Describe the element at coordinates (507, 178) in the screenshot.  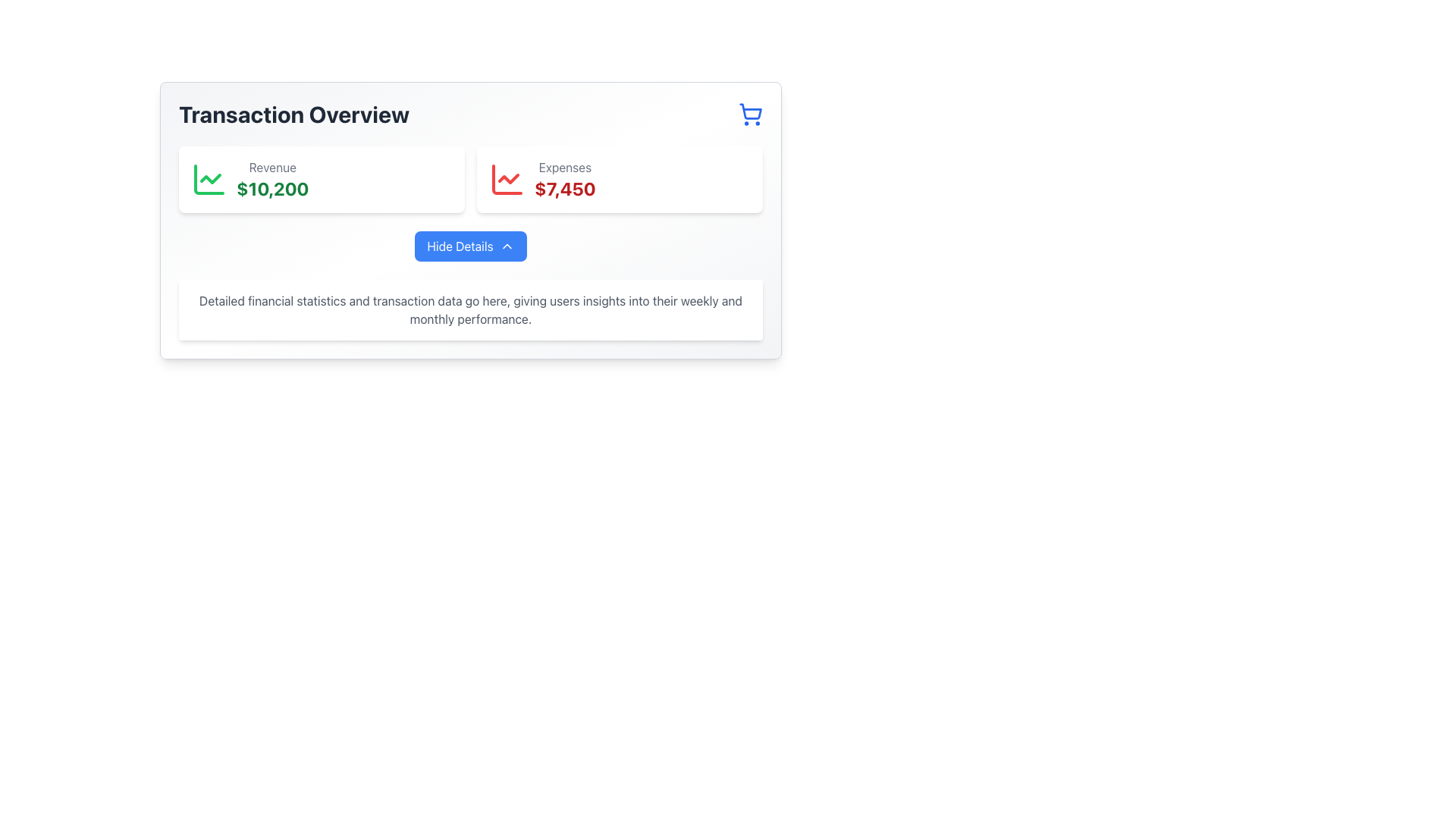
I see `the part of the icon that is located within the red-colored symbol resembling a line chart, which is used to indicate financial 'Expenses' in the 'Transaction Overview' card` at that location.